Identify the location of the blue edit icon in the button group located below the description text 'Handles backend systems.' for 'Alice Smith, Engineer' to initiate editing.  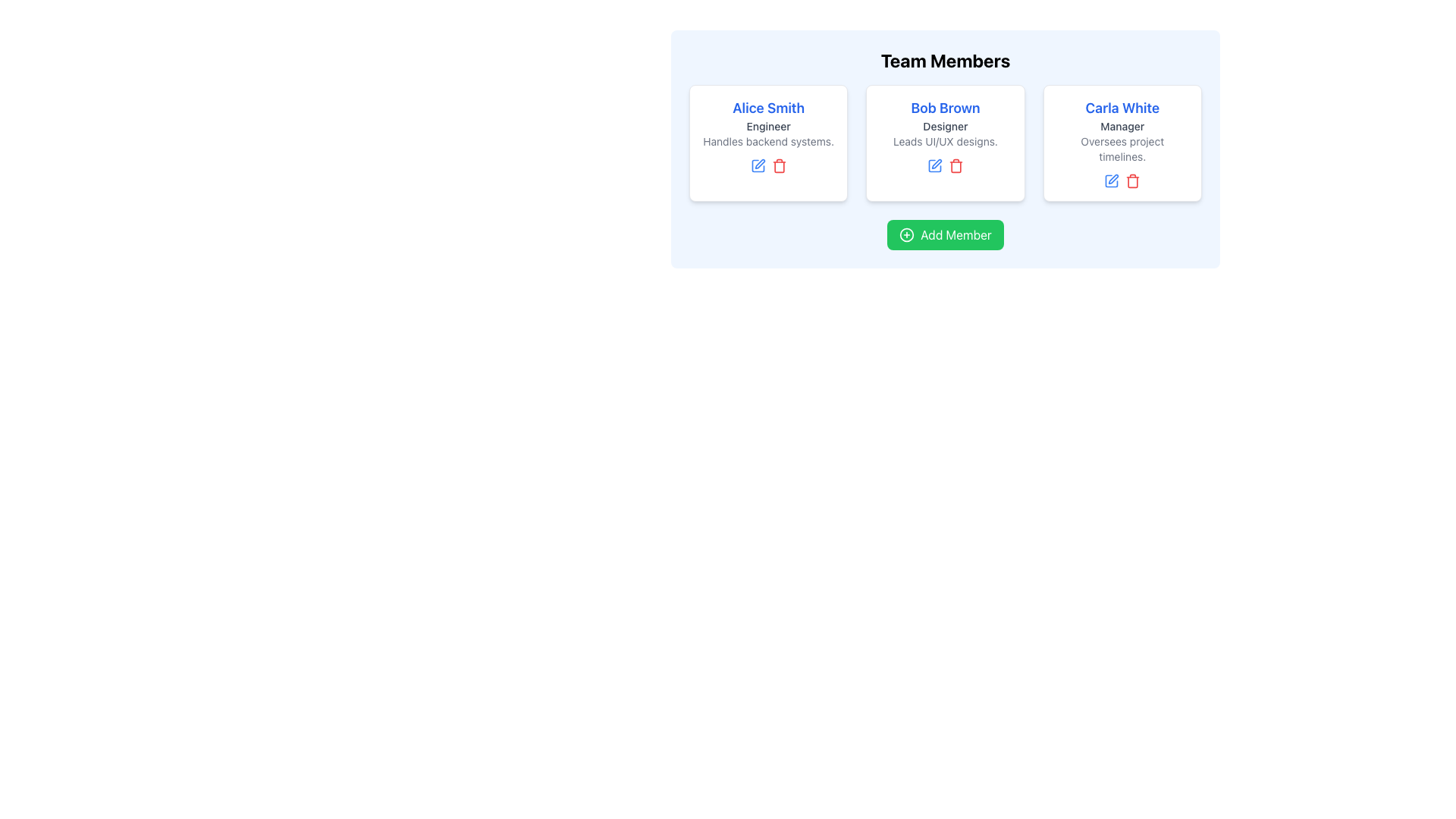
(768, 166).